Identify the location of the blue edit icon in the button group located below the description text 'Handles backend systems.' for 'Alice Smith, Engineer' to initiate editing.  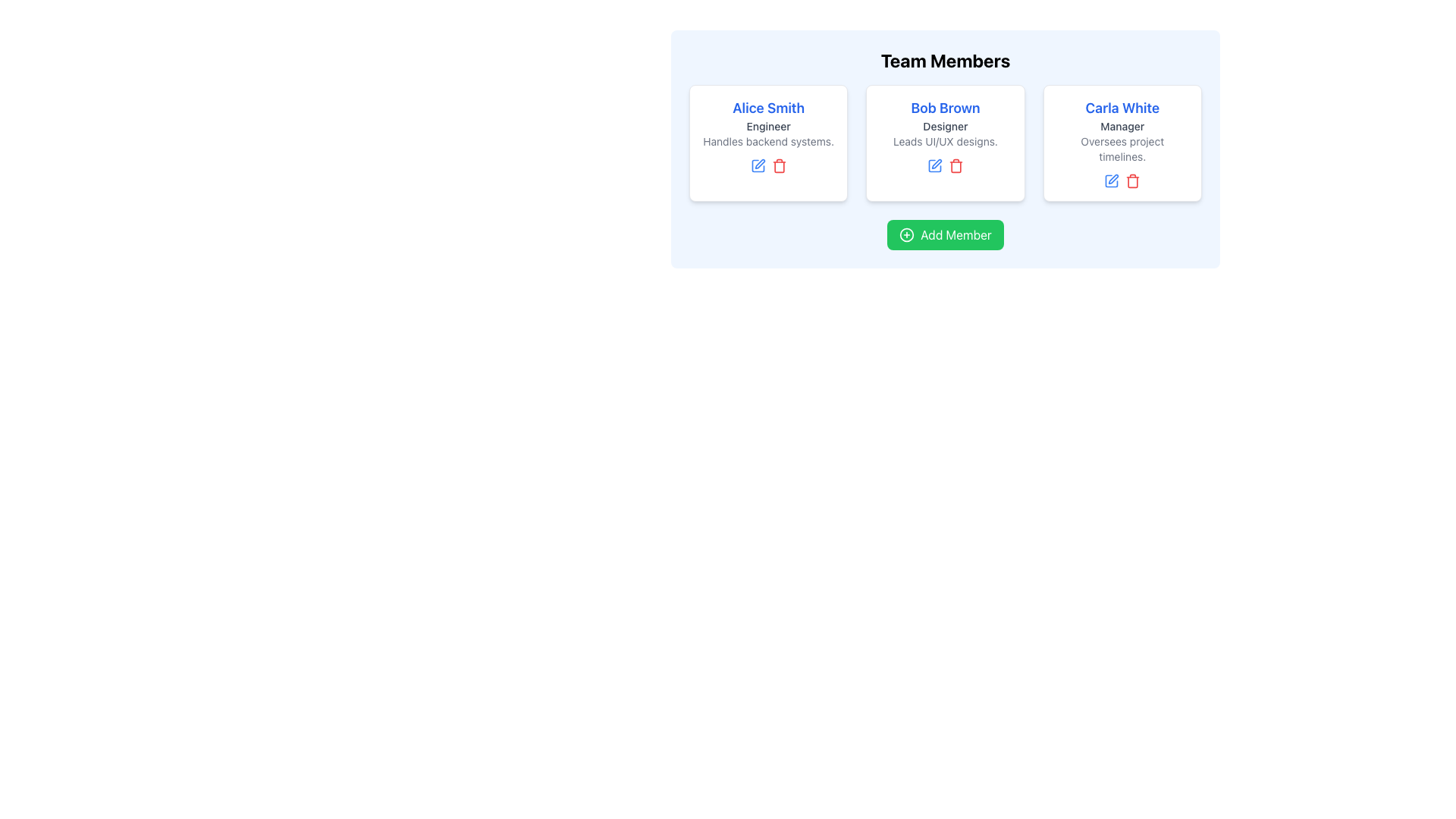
(768, 166).